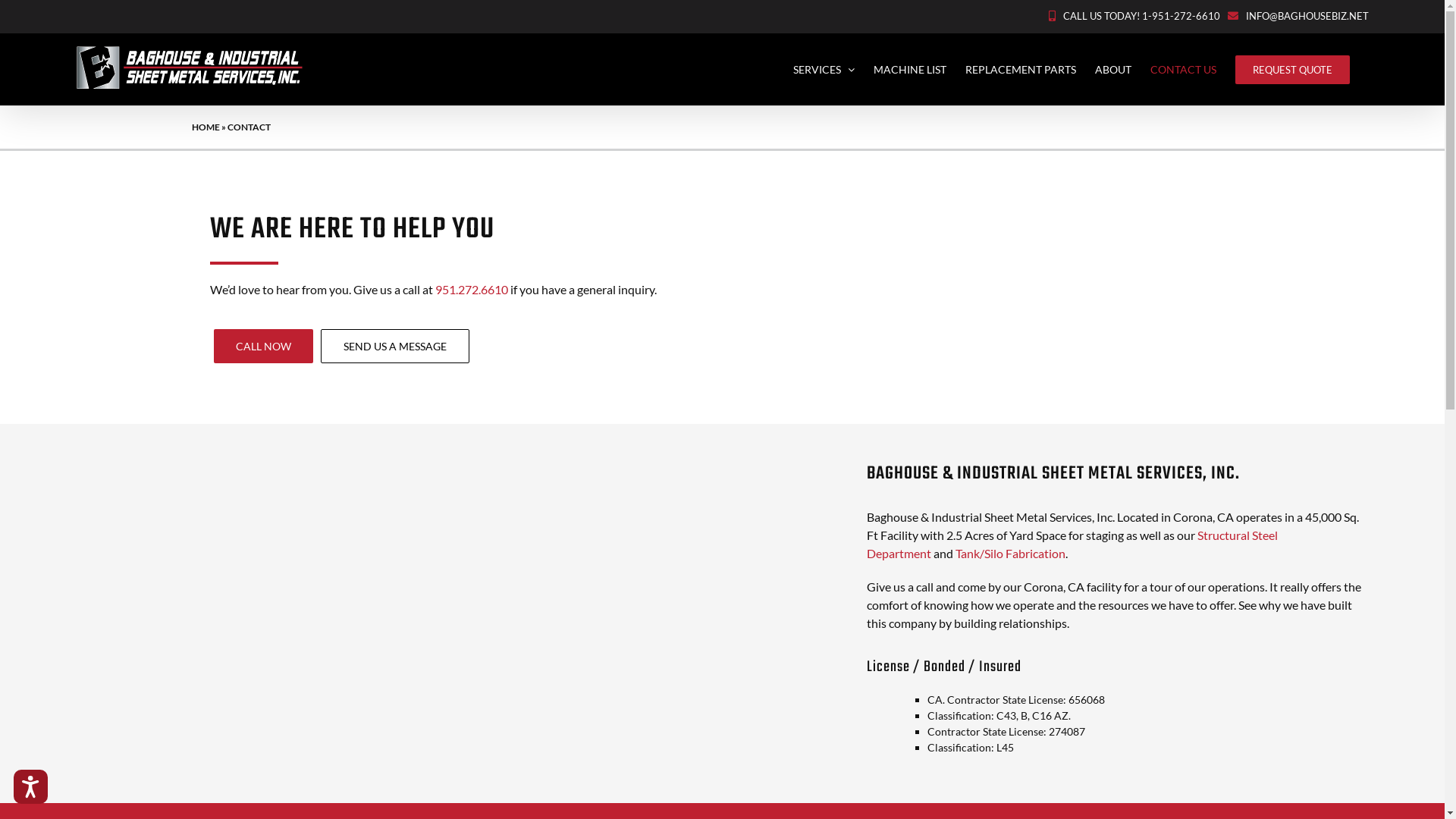 Image resolution: width=1456 pixels, height=819 pixels. Describe the element at coordinates (204, 126) in the screenshot. I see `'HOME'` at that location.